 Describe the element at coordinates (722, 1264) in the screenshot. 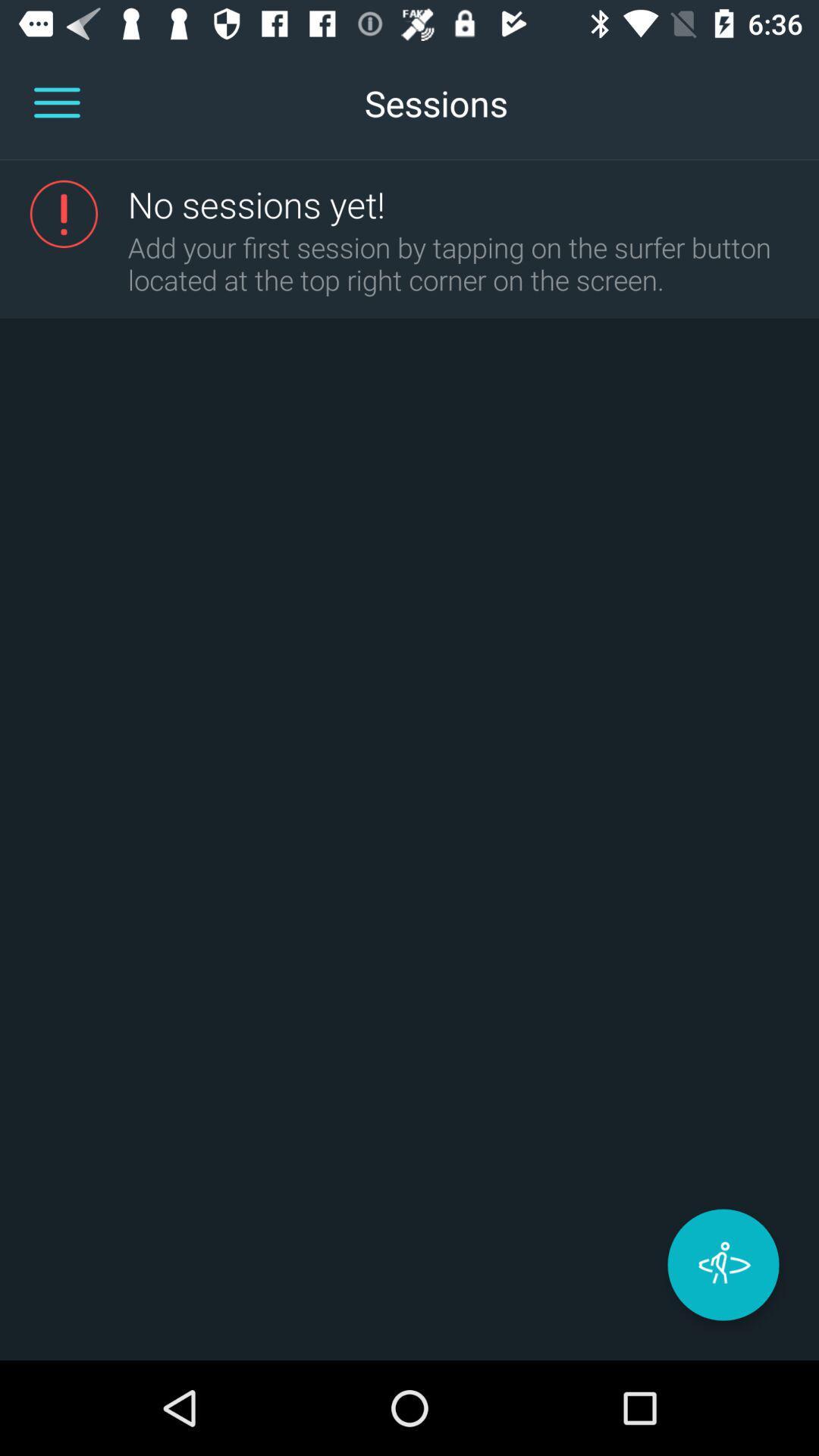

I see `the star icon` at that location.